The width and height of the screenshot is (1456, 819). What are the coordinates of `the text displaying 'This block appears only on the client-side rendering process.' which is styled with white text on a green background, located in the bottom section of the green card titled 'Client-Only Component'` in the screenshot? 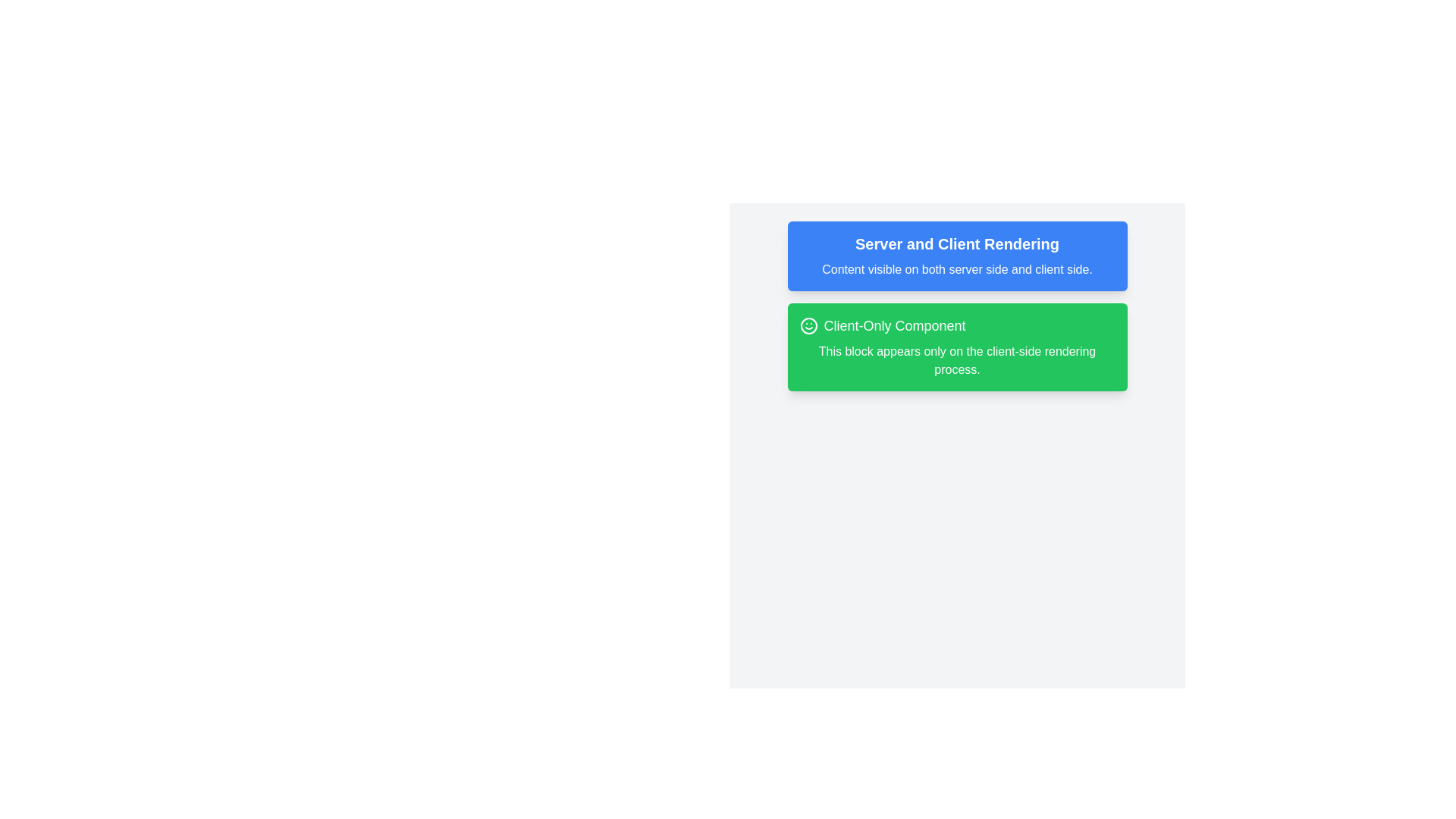 It's located at (956, 360).